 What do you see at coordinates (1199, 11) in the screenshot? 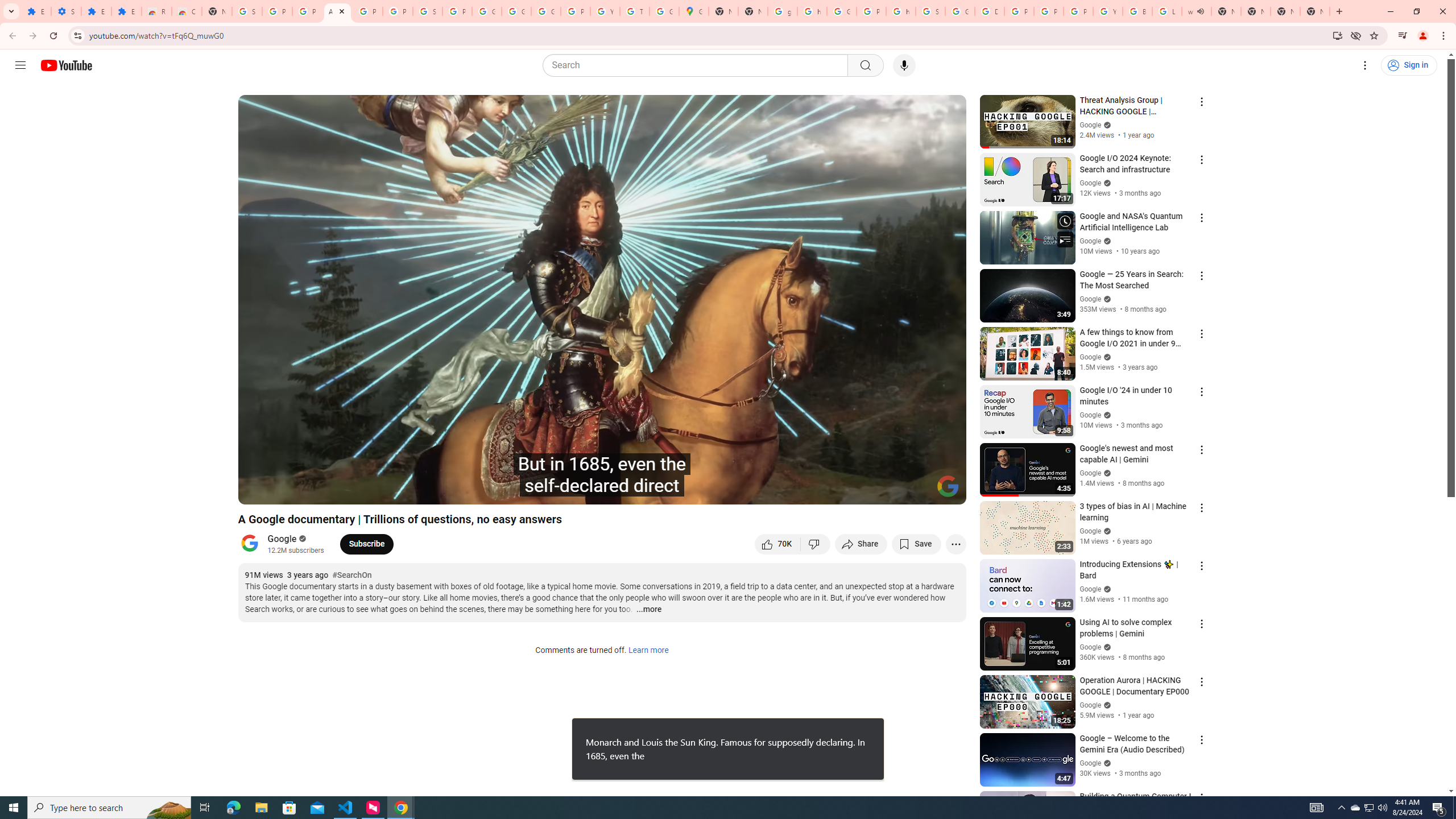
I see `'Mute tab'` at bounding box center [1199, 11].